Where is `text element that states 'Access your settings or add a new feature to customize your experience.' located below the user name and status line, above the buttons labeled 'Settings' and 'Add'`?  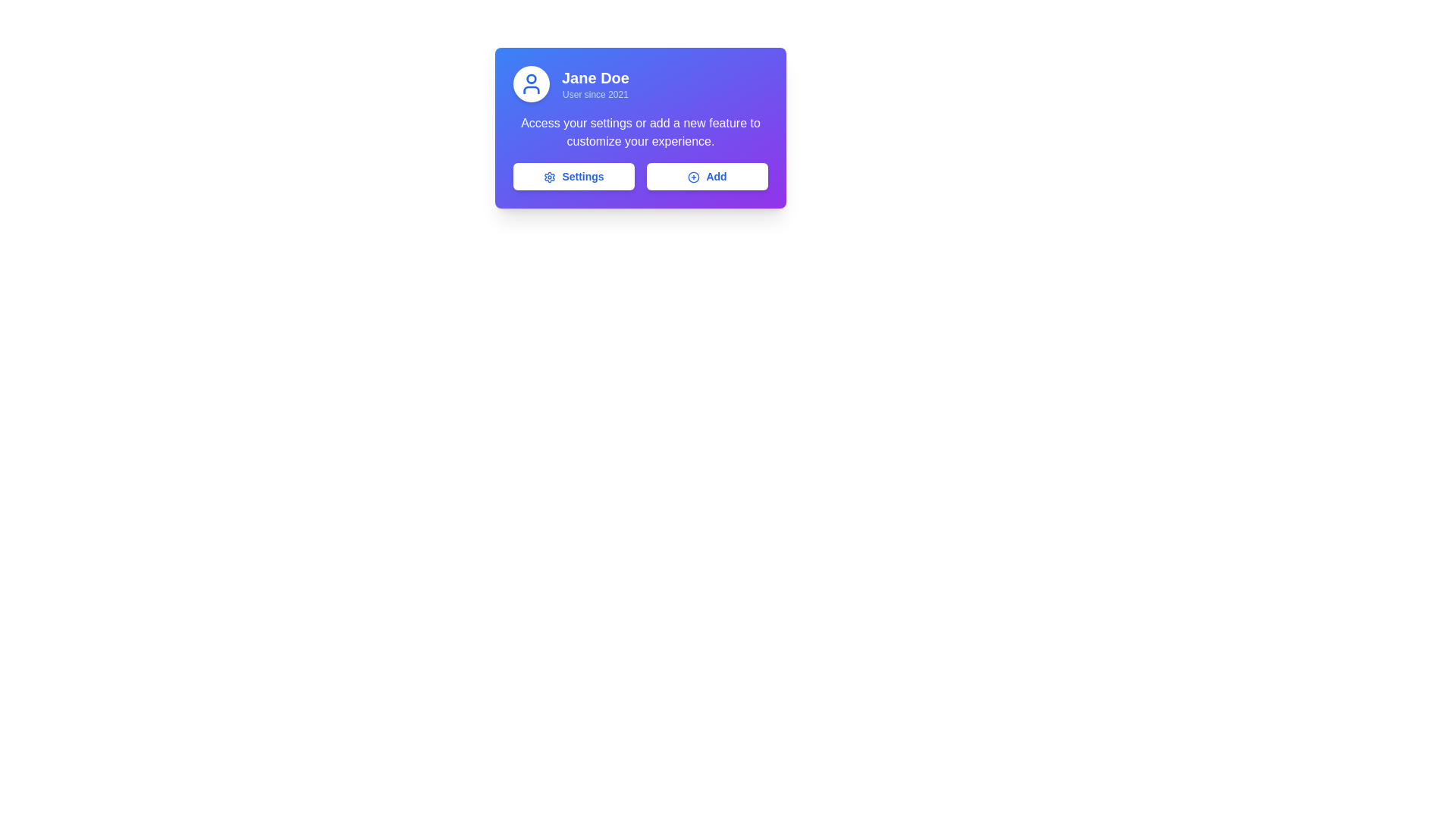 text element that states 'Access your settings or add a new feature to customize your experience.' located below the user name and status line, above the buttons labeled 'Settings' and 'Add' is located at coordinates (640, 131).